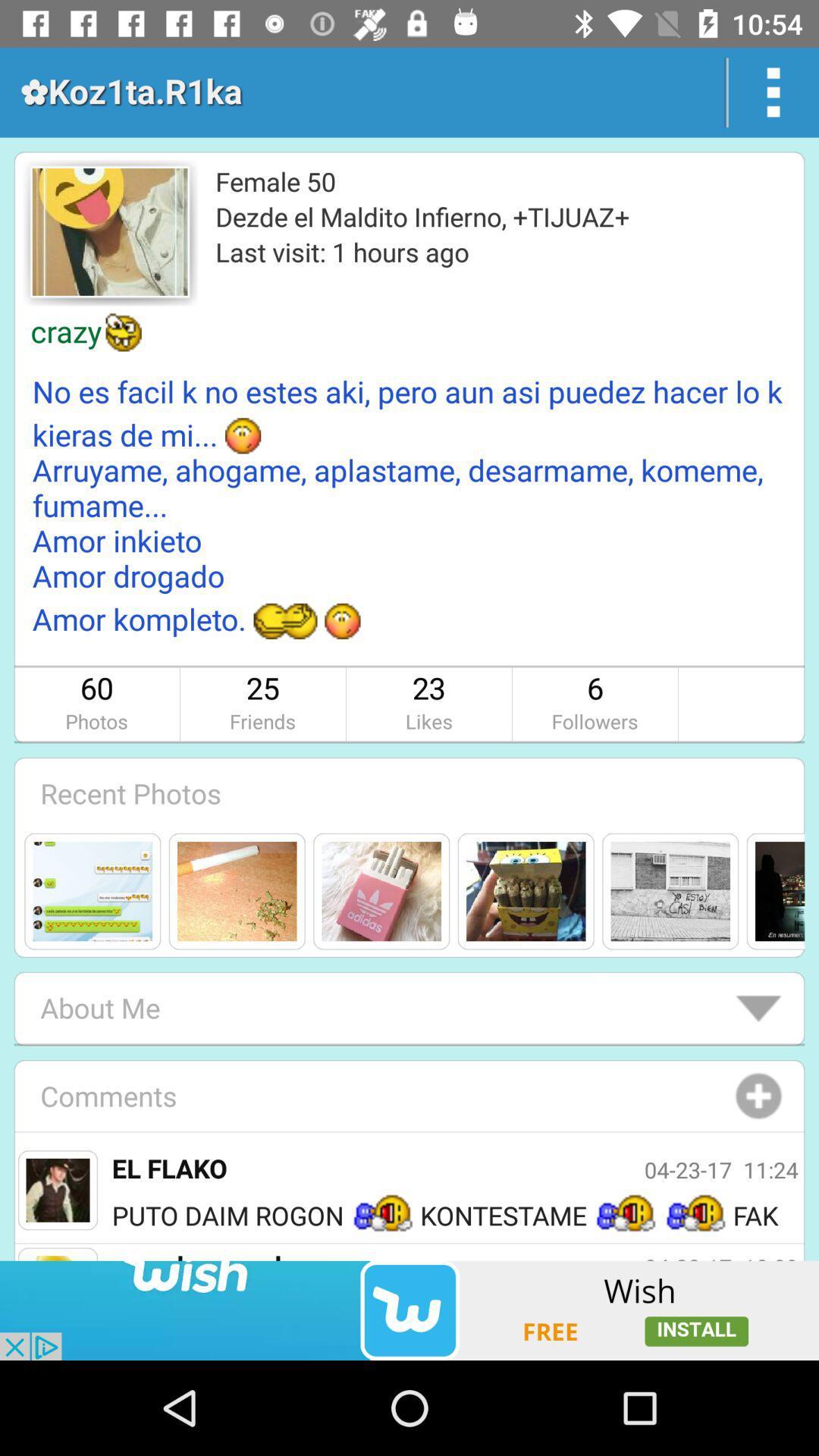 This screenshot has width=819, height=1456. Describe the element at coordinates (773, 91) in the screenshot. I see `the more icon` at that location.